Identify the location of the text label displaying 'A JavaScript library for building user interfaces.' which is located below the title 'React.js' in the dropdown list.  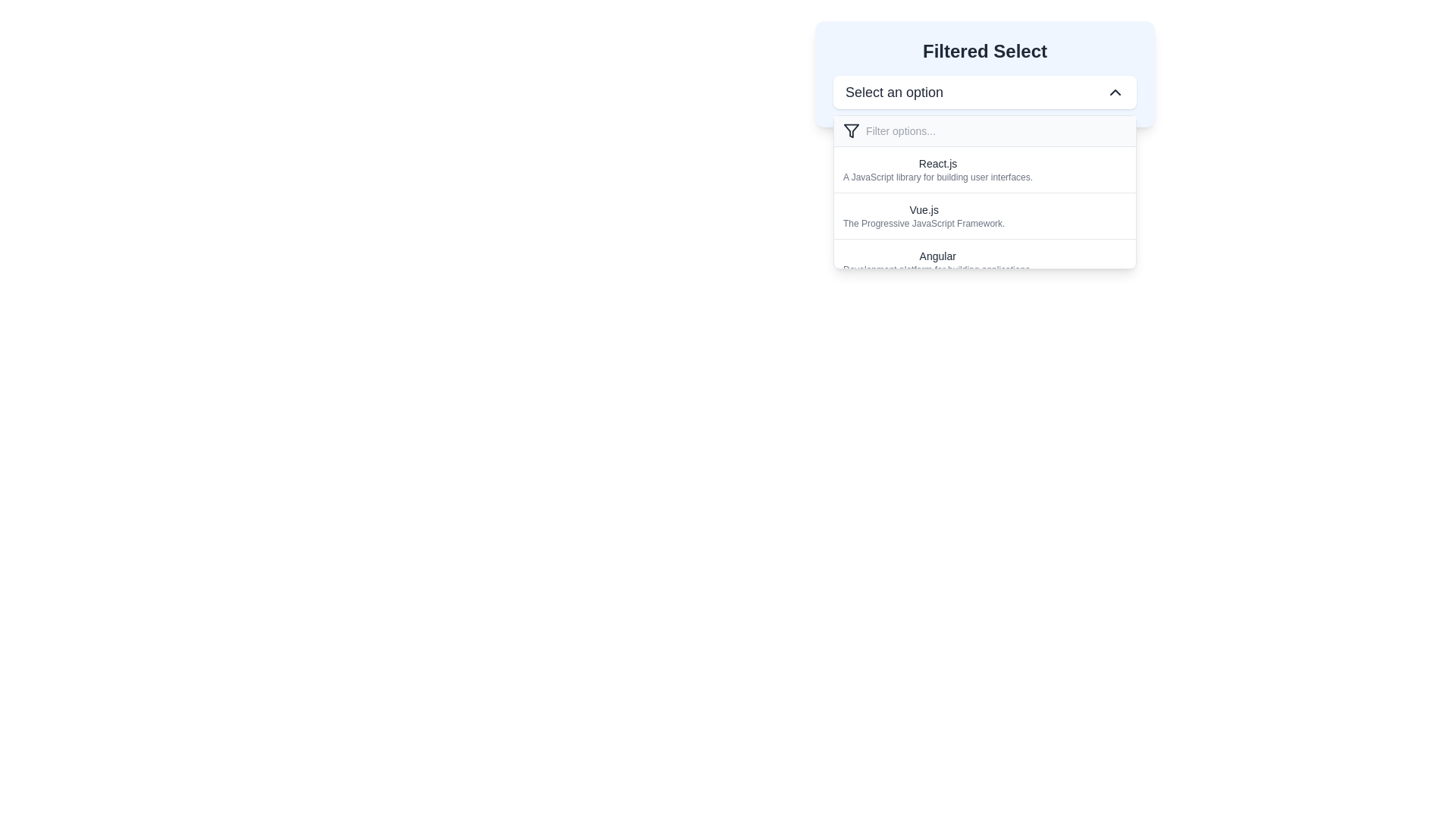
(937, 177).